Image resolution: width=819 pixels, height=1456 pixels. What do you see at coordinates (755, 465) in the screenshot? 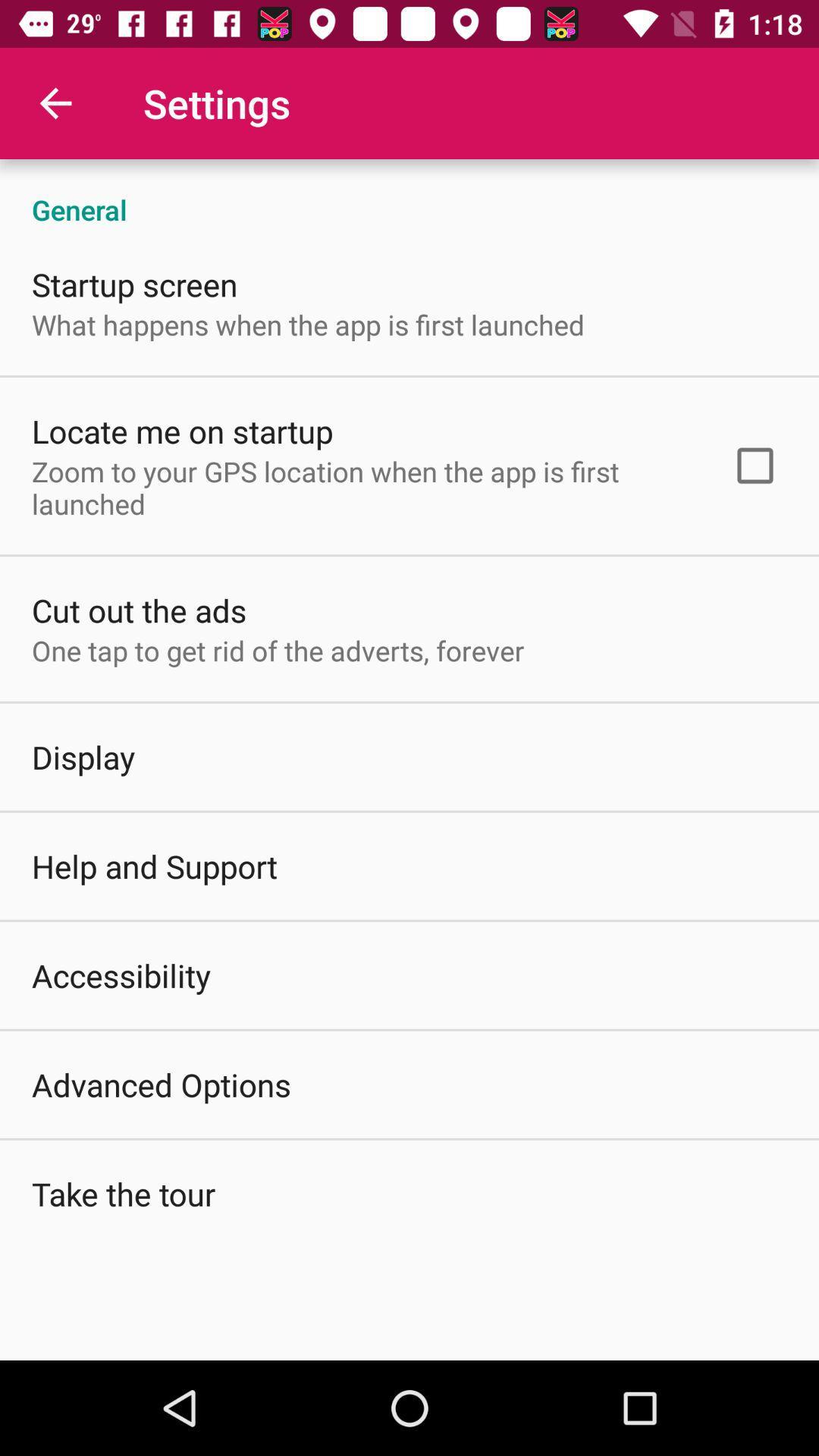
I see `the icon below the general icon` at bounding box center [755, 465].